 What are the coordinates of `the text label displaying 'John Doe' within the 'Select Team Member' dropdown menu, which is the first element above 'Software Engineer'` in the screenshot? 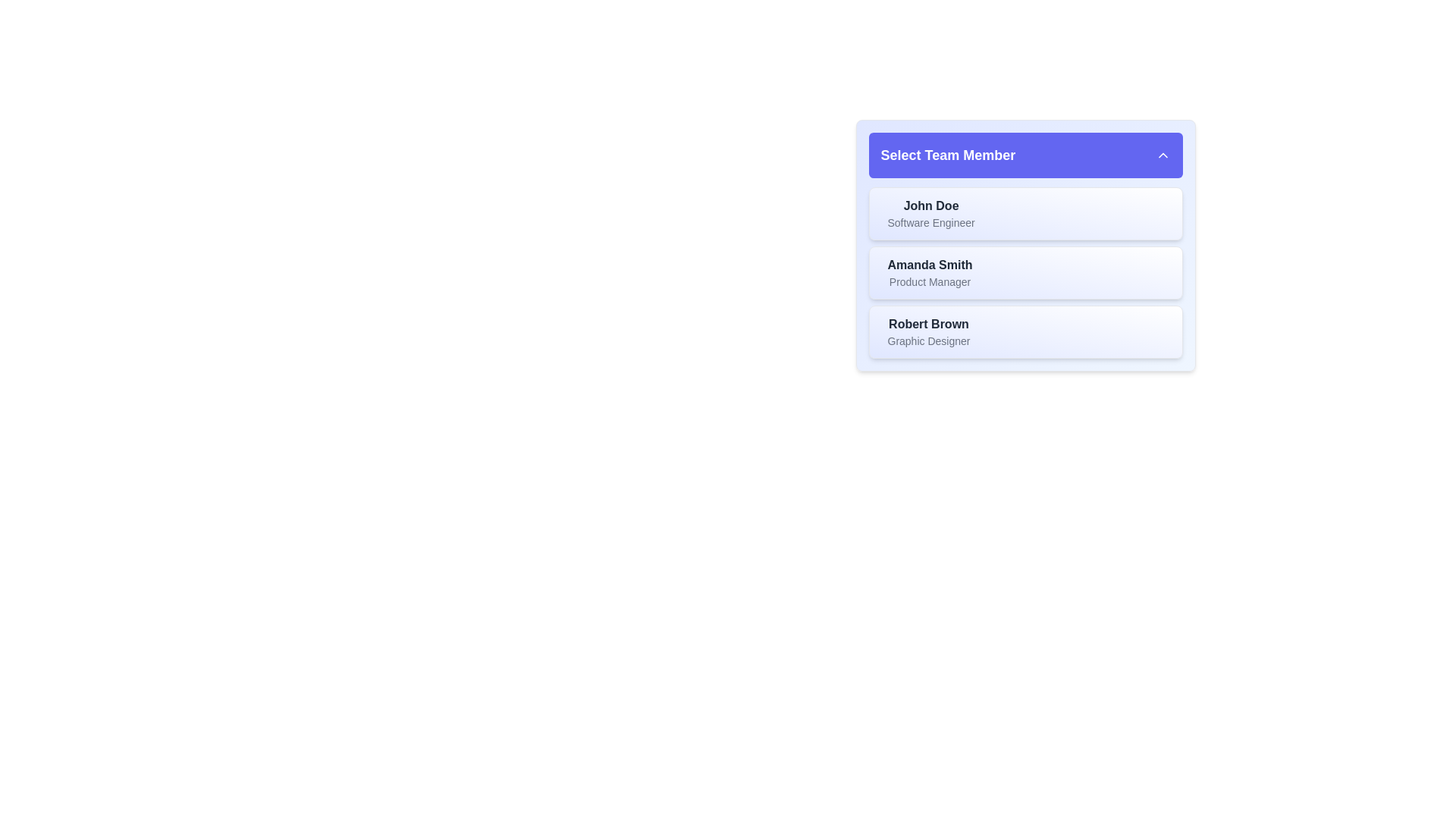 It's located at (930, 206).